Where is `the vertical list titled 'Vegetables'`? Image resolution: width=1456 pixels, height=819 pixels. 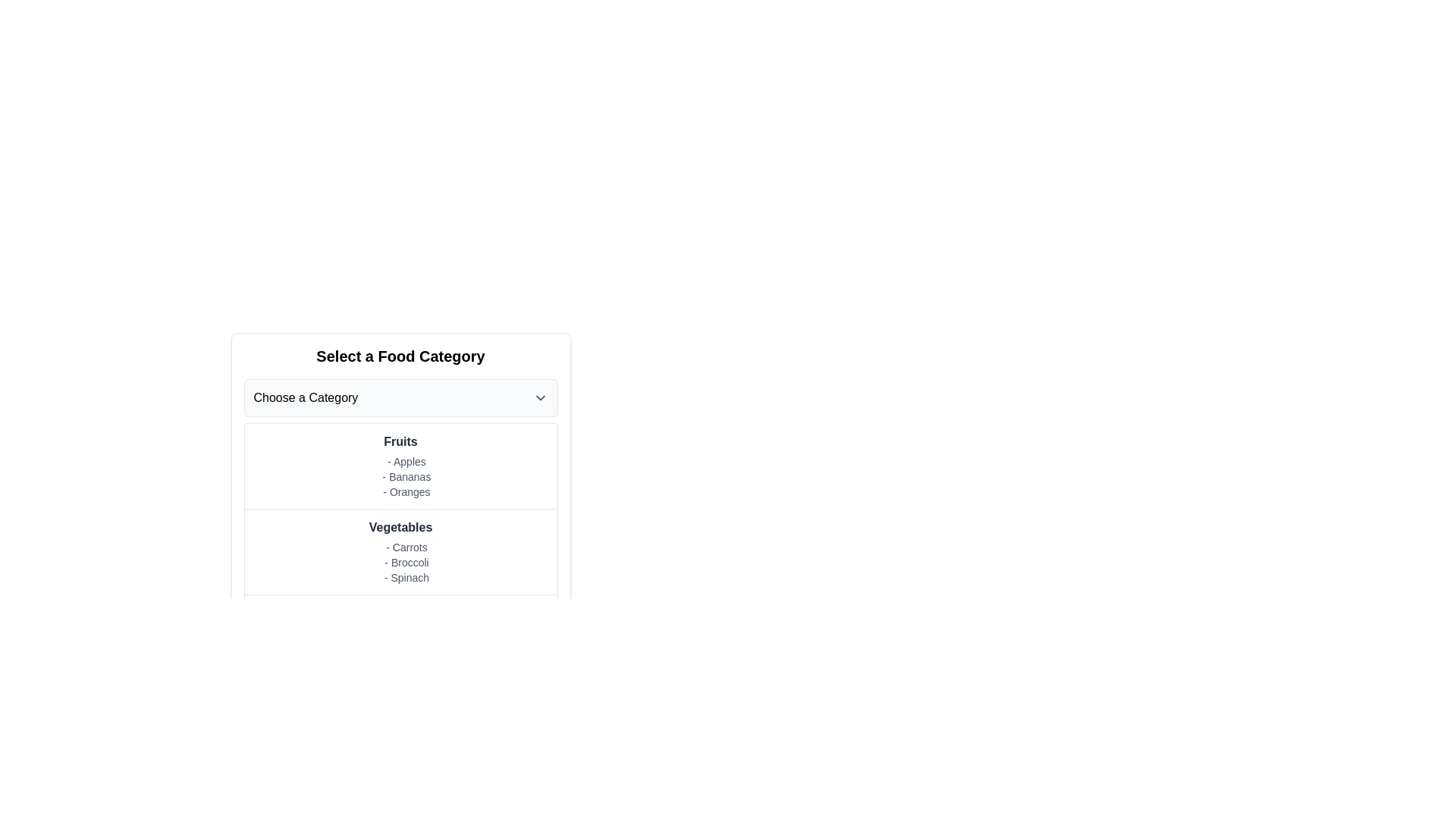 the vertical list titled 'Vegetables' is located at coordinates (400, 551).